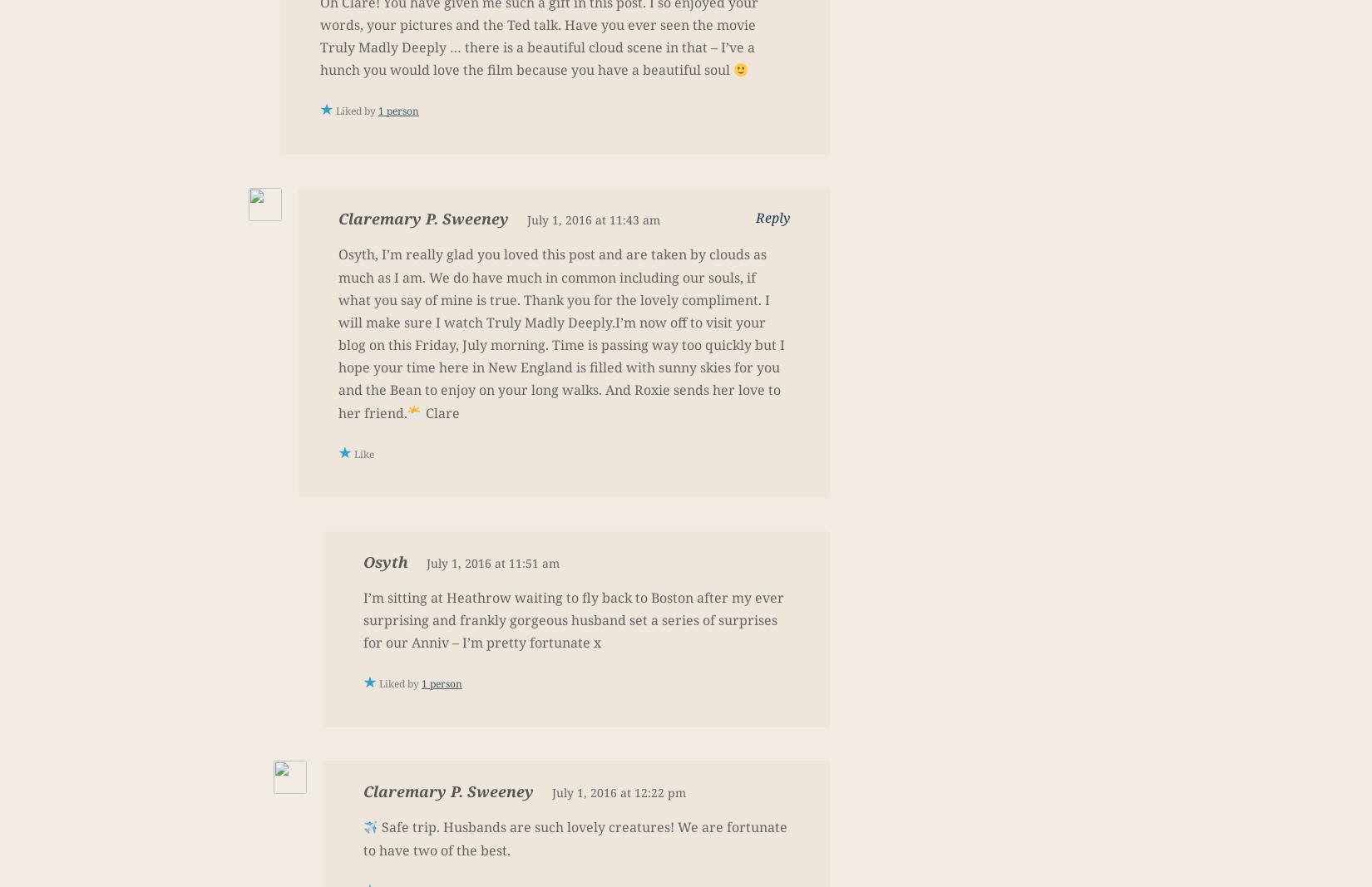 This screenshot has width=1372, height=887. What do you see at coordinates (425, 562) in the screenshot?
I see `'July 1, 2016 at 11:51 am'` at bounding box center [425, 562].